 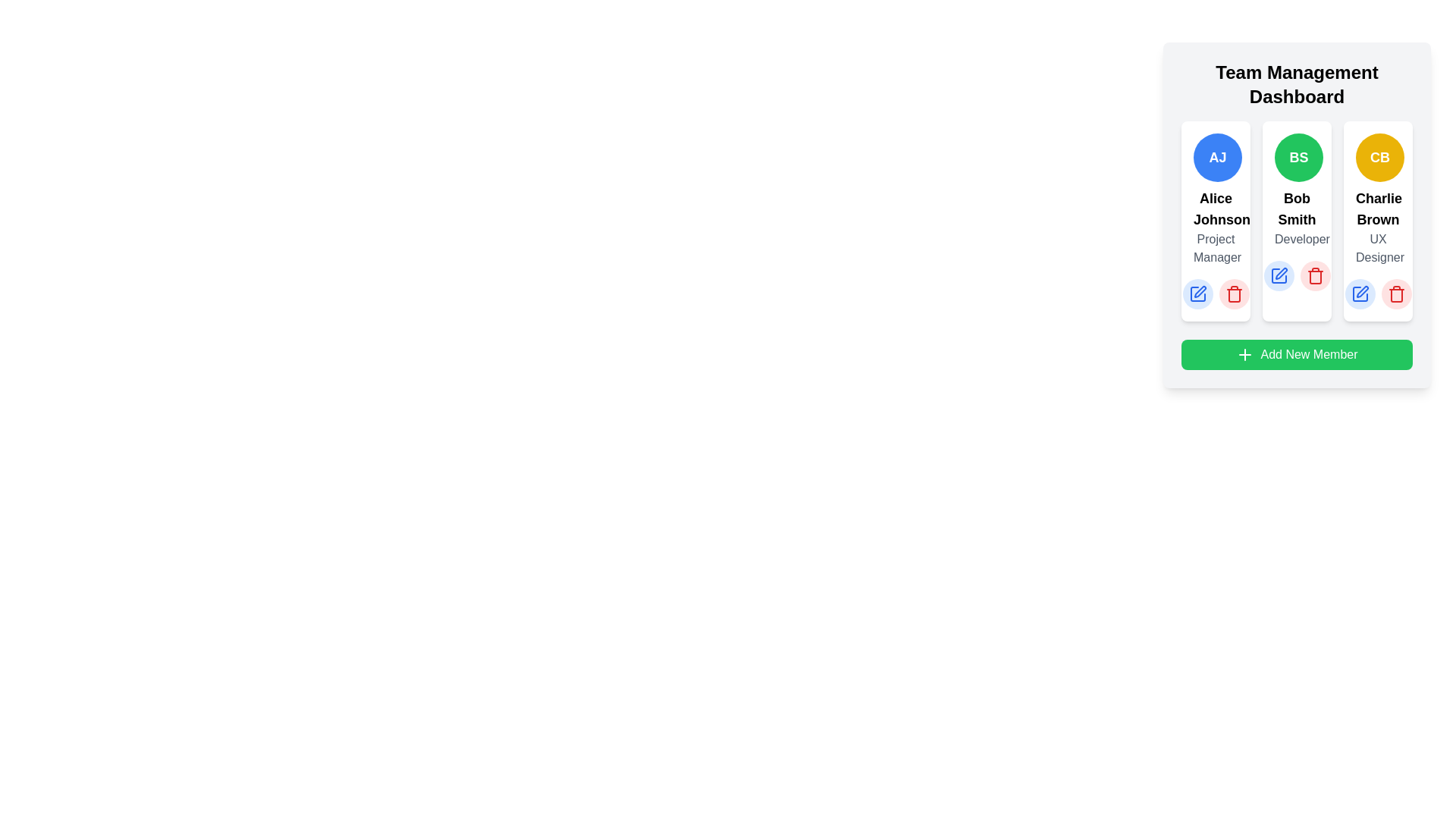 I want to click on the Text label displaying 'Project Manager', which is styled in gray font and positioned below 'Alice Johnson' in the Team Management Dashboard, so click(x=1216, y=247).